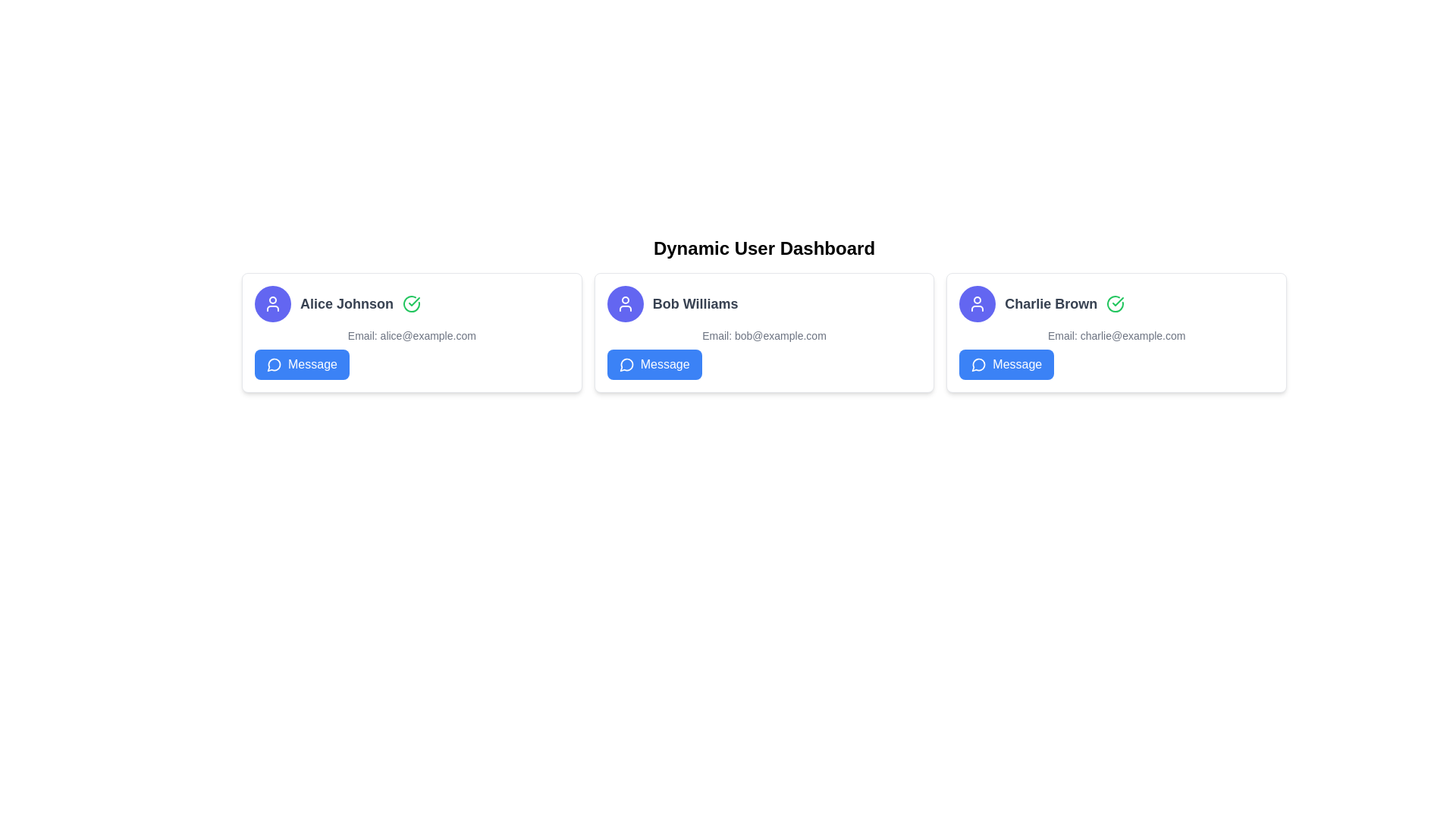  I want to click on the user profile summary element representing 'Charlie Brown', so click(1116, 304).